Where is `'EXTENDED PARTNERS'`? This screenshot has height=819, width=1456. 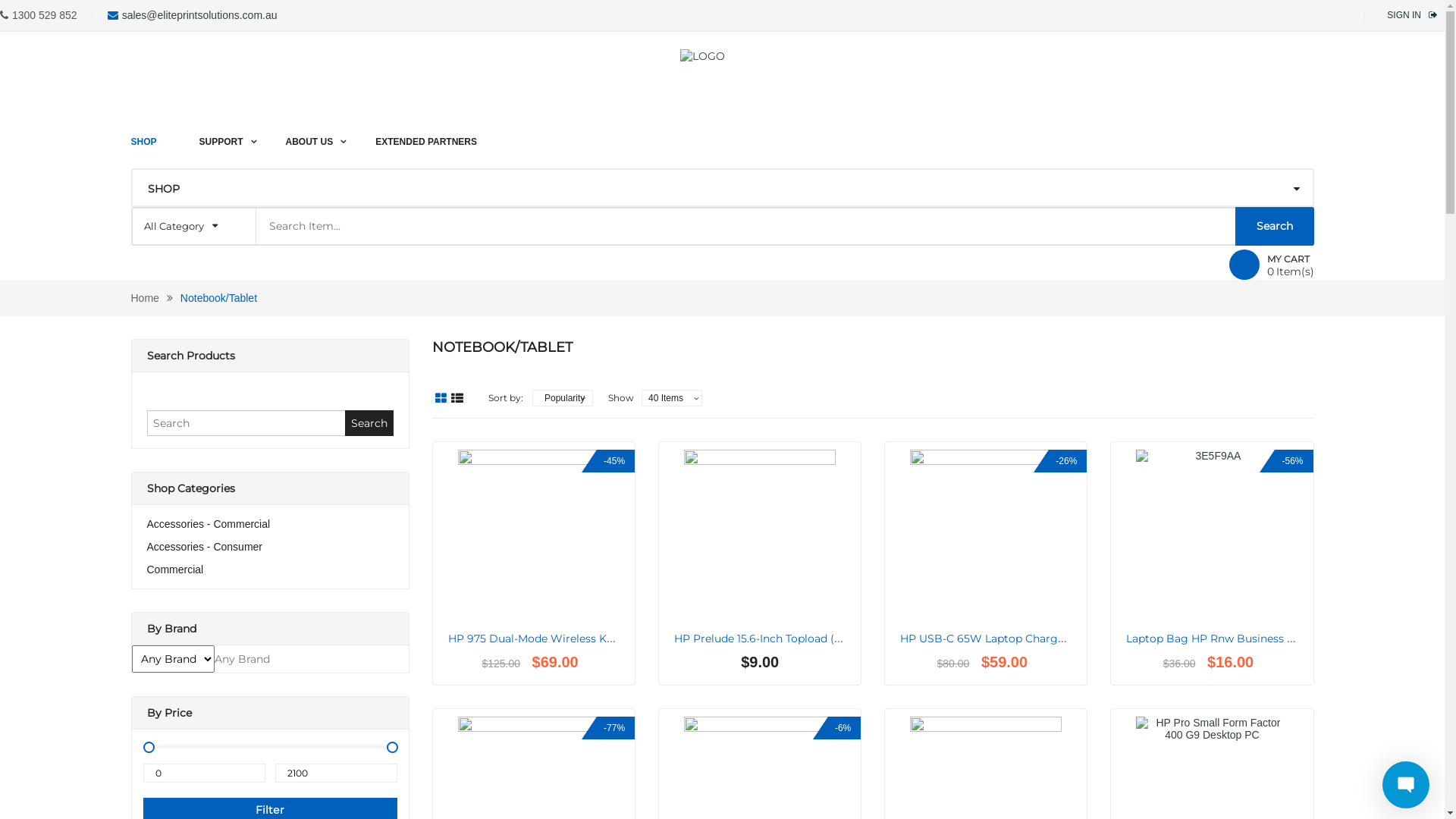
'EXTENDED PARTNERS' is located at coordinates (425, 133).